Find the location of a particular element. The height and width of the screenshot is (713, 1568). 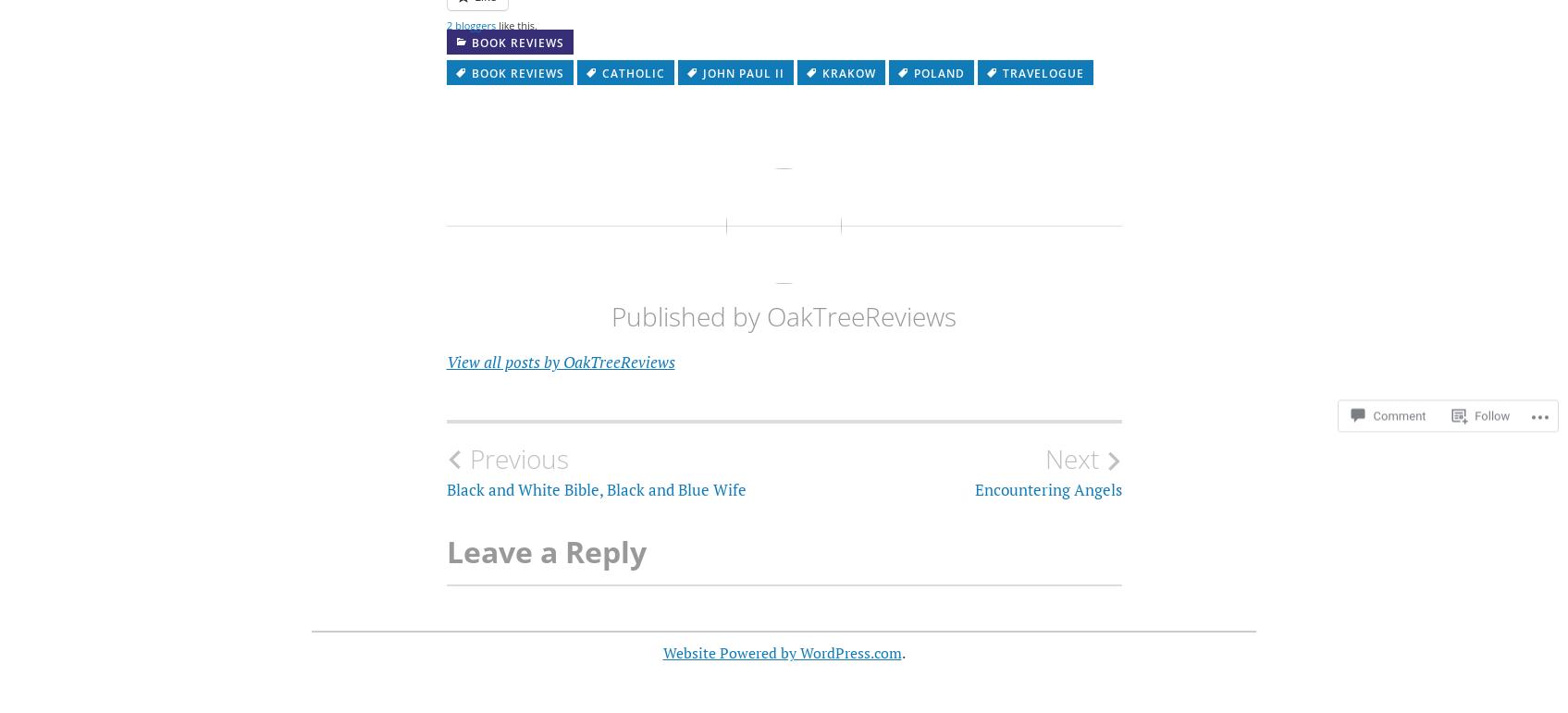

'Follow' is located at coordinates (1491, 398).